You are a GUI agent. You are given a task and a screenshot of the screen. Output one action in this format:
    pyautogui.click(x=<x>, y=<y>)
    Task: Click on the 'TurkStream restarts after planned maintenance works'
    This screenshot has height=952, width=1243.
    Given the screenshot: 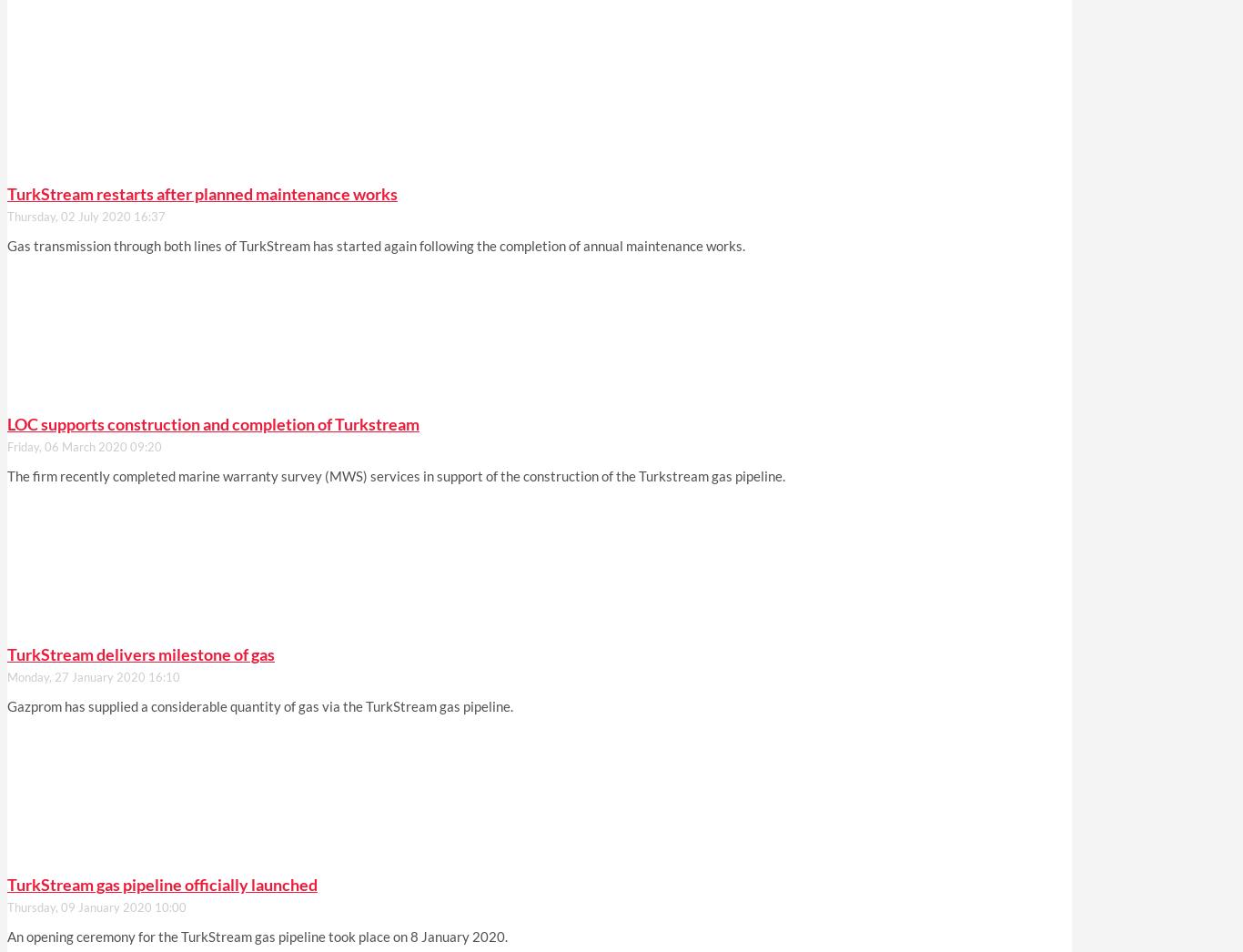 What is the action you would take?
    pyautogui.click(x=201, y=192)
    